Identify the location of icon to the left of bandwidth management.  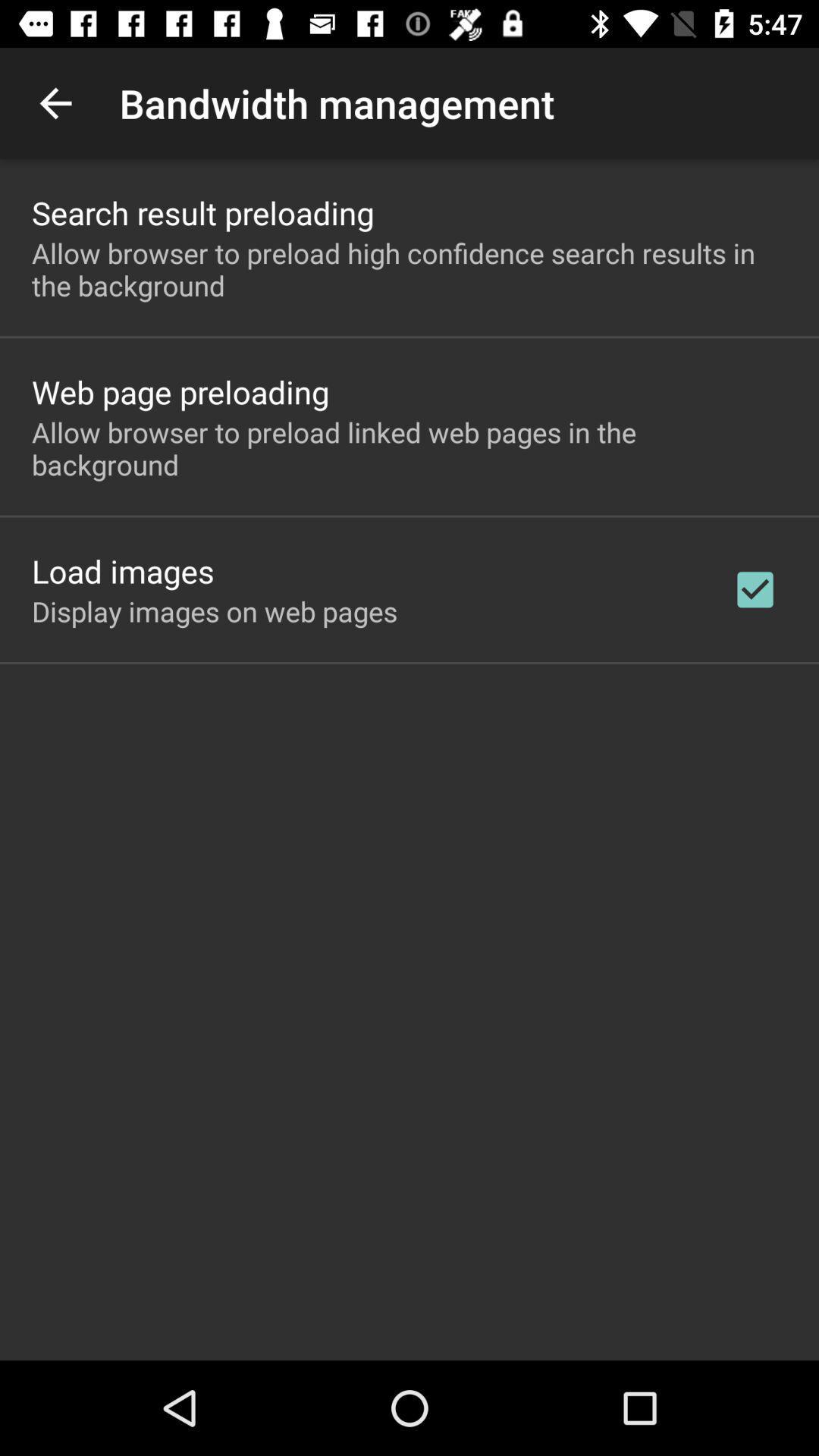
(55, 102).